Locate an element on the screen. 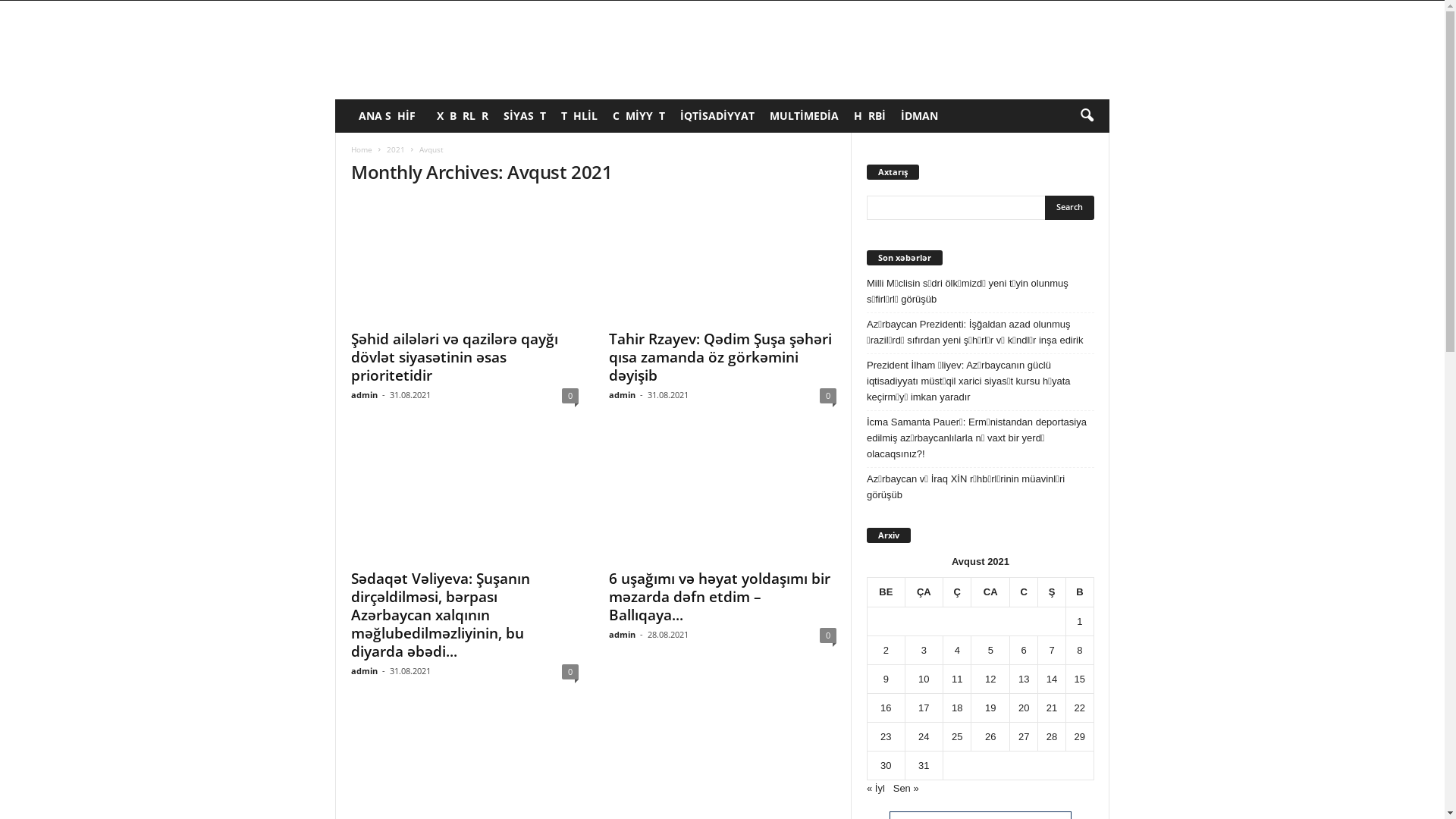 The width and height of the screenshot is (1456, 819). '18' is located at coordinates (950, 708).